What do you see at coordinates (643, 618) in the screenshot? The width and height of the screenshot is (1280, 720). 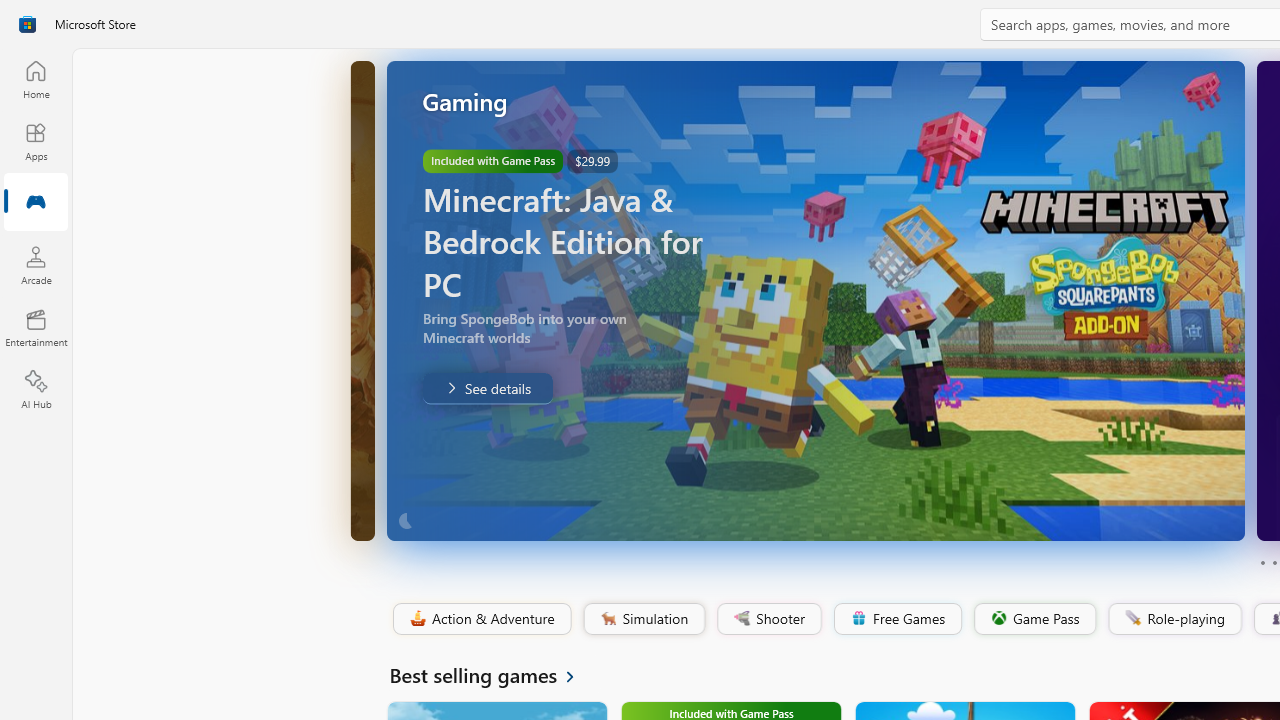 I see `'Simulation'` at bounding box center [643, 618].